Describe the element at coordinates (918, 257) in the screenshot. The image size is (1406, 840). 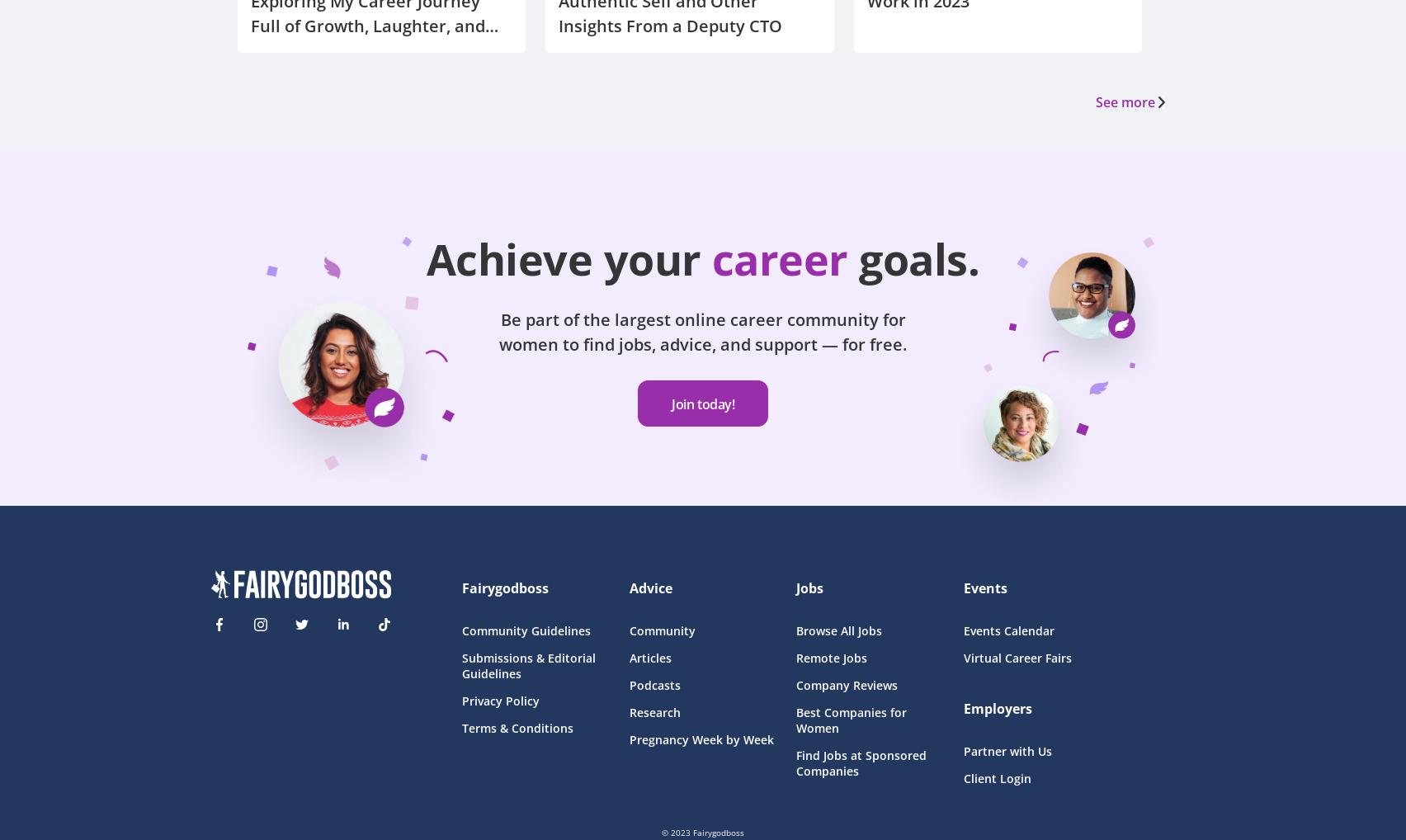
I see `'goals.'` at that location.